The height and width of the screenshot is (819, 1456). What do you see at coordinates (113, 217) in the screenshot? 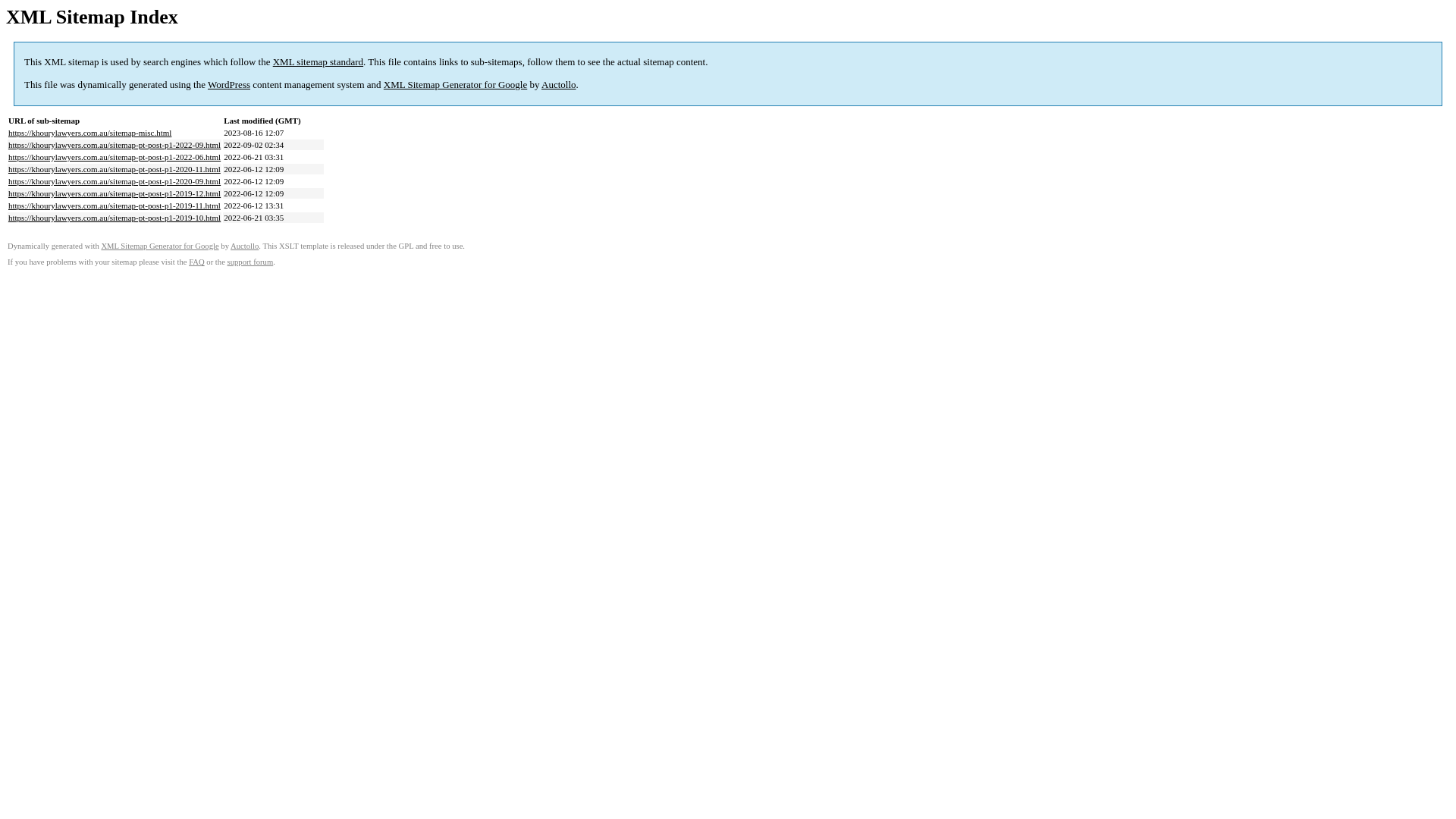
I see `'https://khourylawyers.com.au/sitemap-pt-post-p1-2019-10.html'` at bounding box center [113, 217].